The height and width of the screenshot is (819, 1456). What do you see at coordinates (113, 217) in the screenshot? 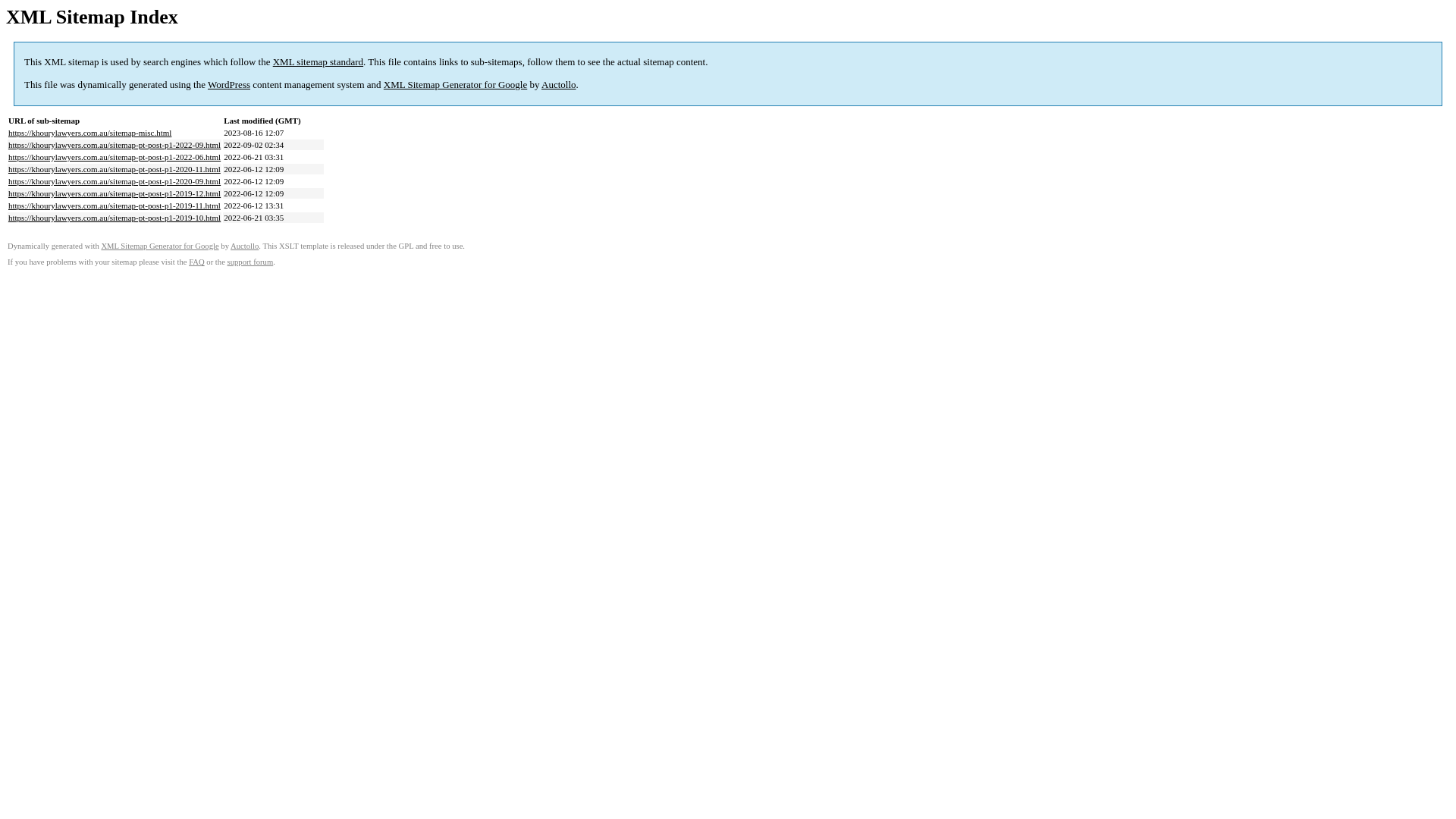
I see `'https://khourylawyers.com.au/sitemap-pt-post-p1-2019-10.html'` at bounding box center [113, 217].